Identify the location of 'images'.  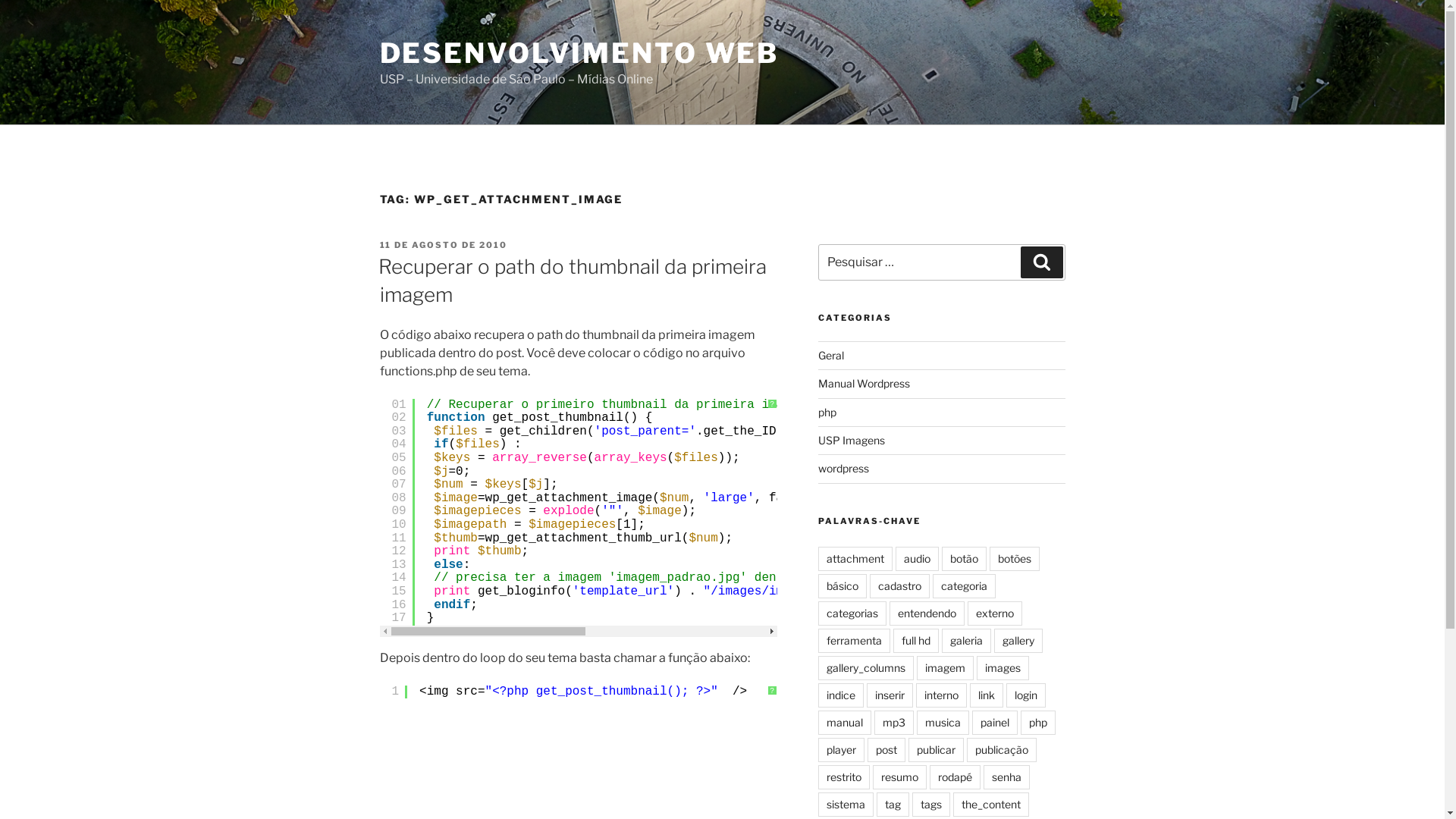
(1003, 667).